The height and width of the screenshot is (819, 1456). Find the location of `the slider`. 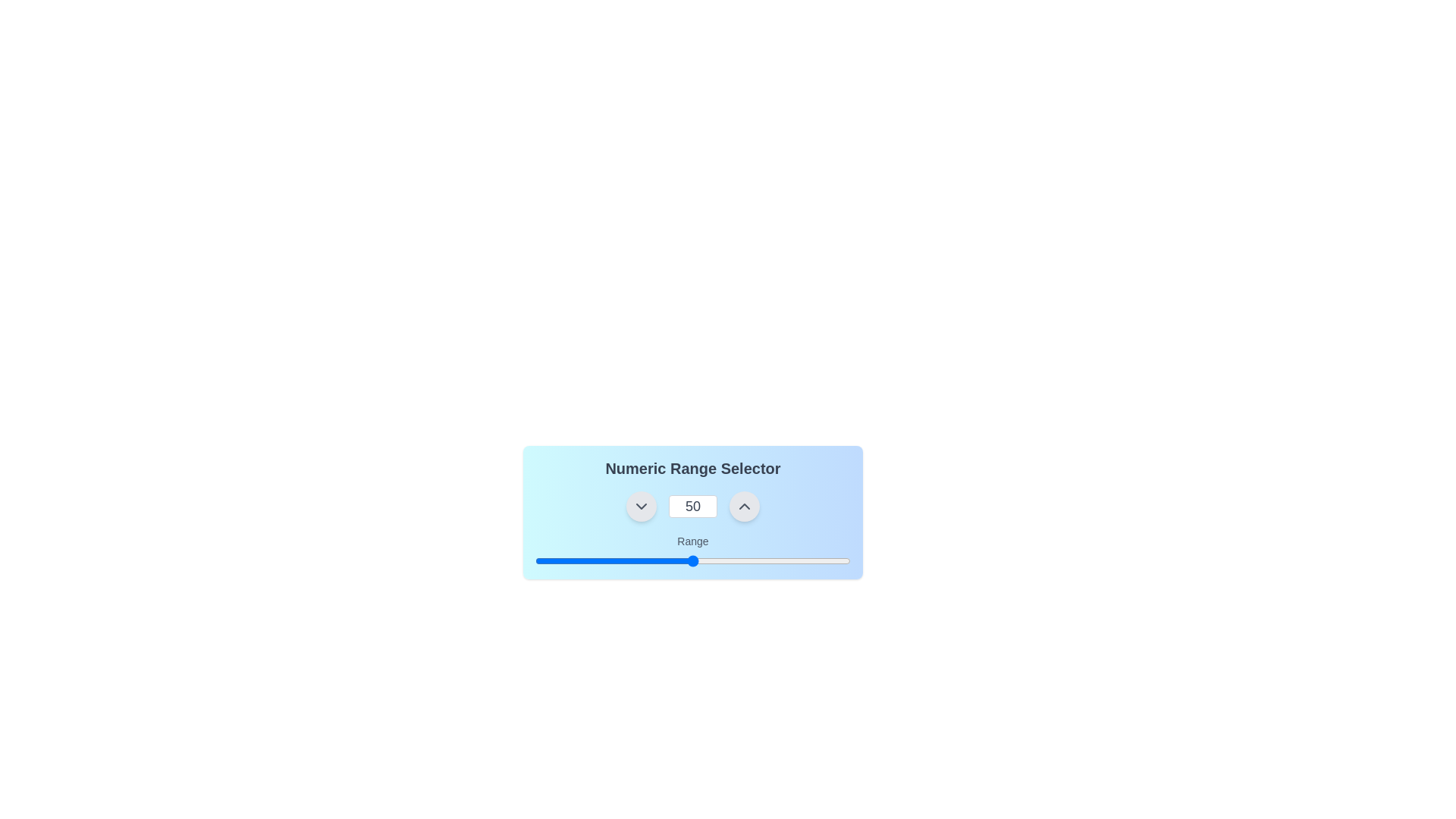

the slider is located at coordinates (591, 561).